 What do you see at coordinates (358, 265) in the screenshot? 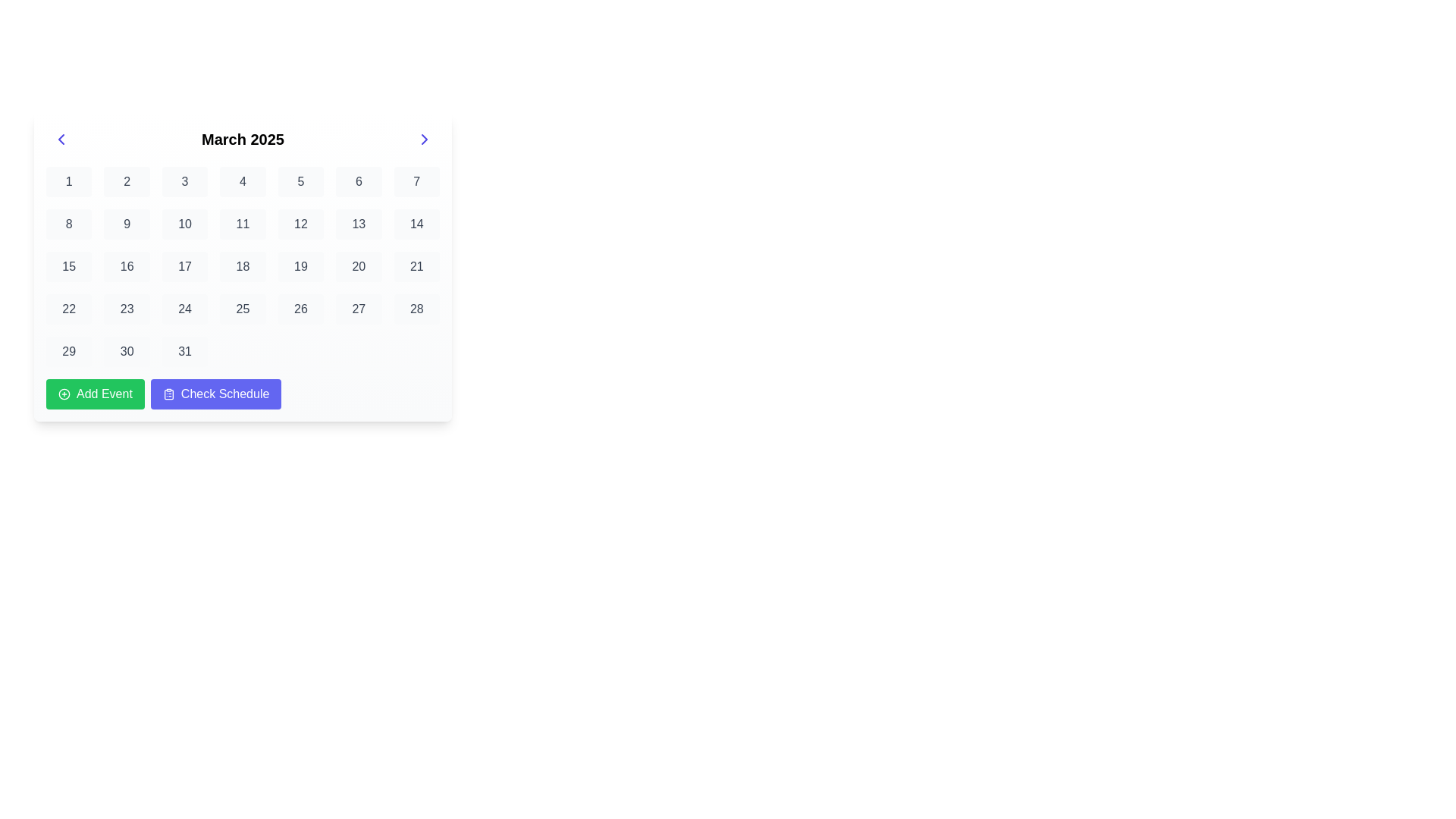
I see `the selectable date button representing the 20th of the month in the calendar interface located in the fourth row and sixth column` at bounding box center [358, 265].